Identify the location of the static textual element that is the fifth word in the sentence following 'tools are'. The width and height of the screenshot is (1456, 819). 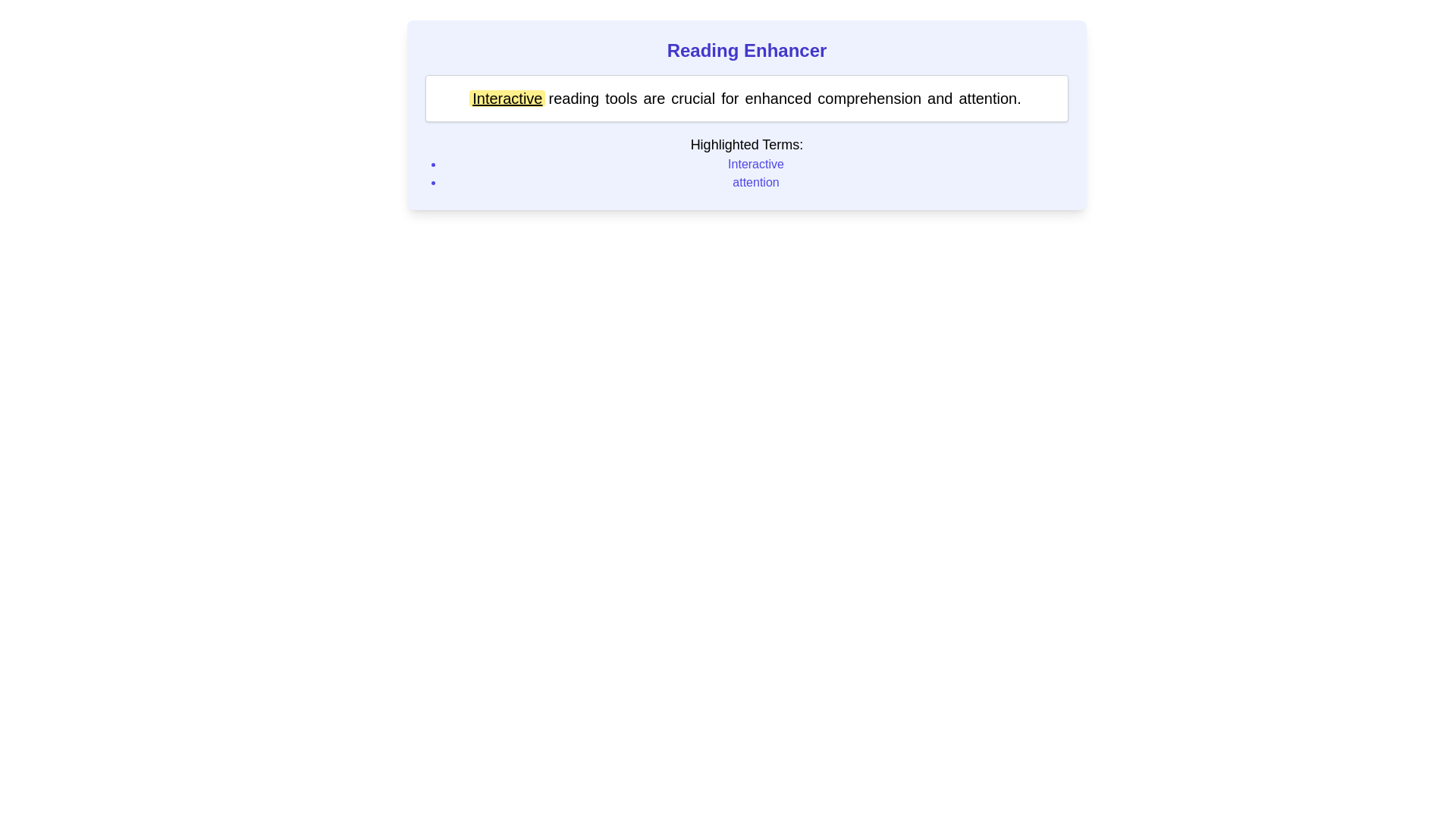
(692, 99).